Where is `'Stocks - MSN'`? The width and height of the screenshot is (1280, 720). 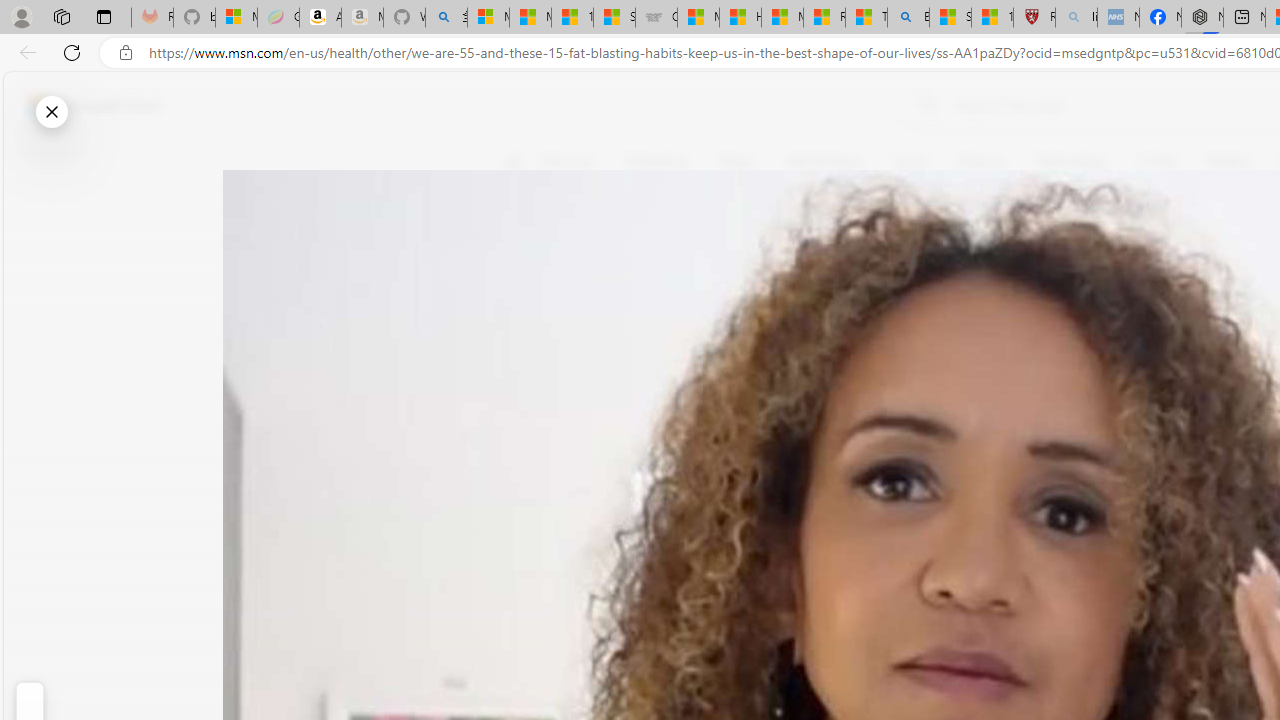
'Stocks - MSN' is located at coordinates (613, 17).